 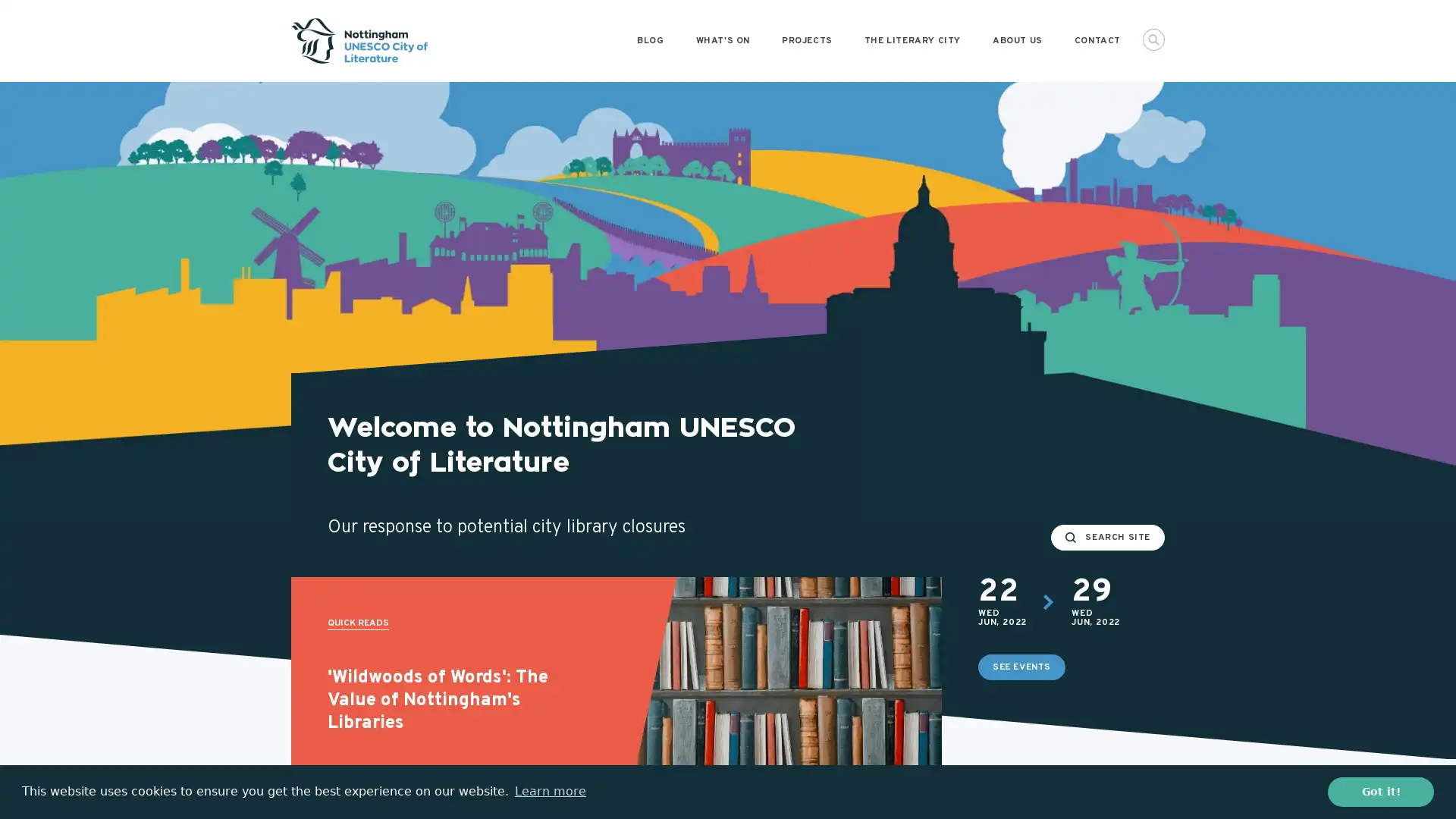 I want to click on learn more about cookies, so click(x=549, y=791).